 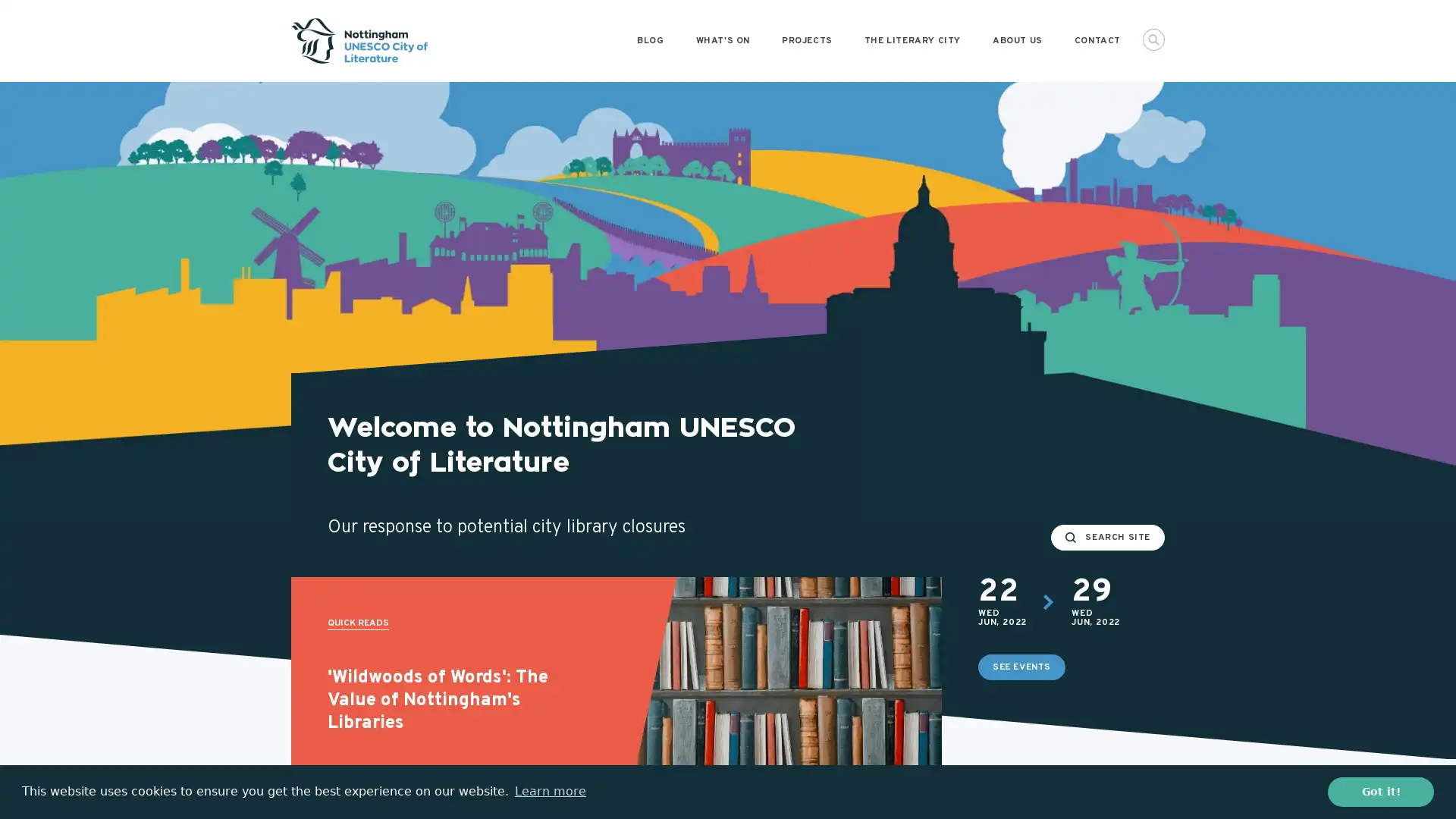 I want to click on learn more about cookies, so click(x=549, y=791).